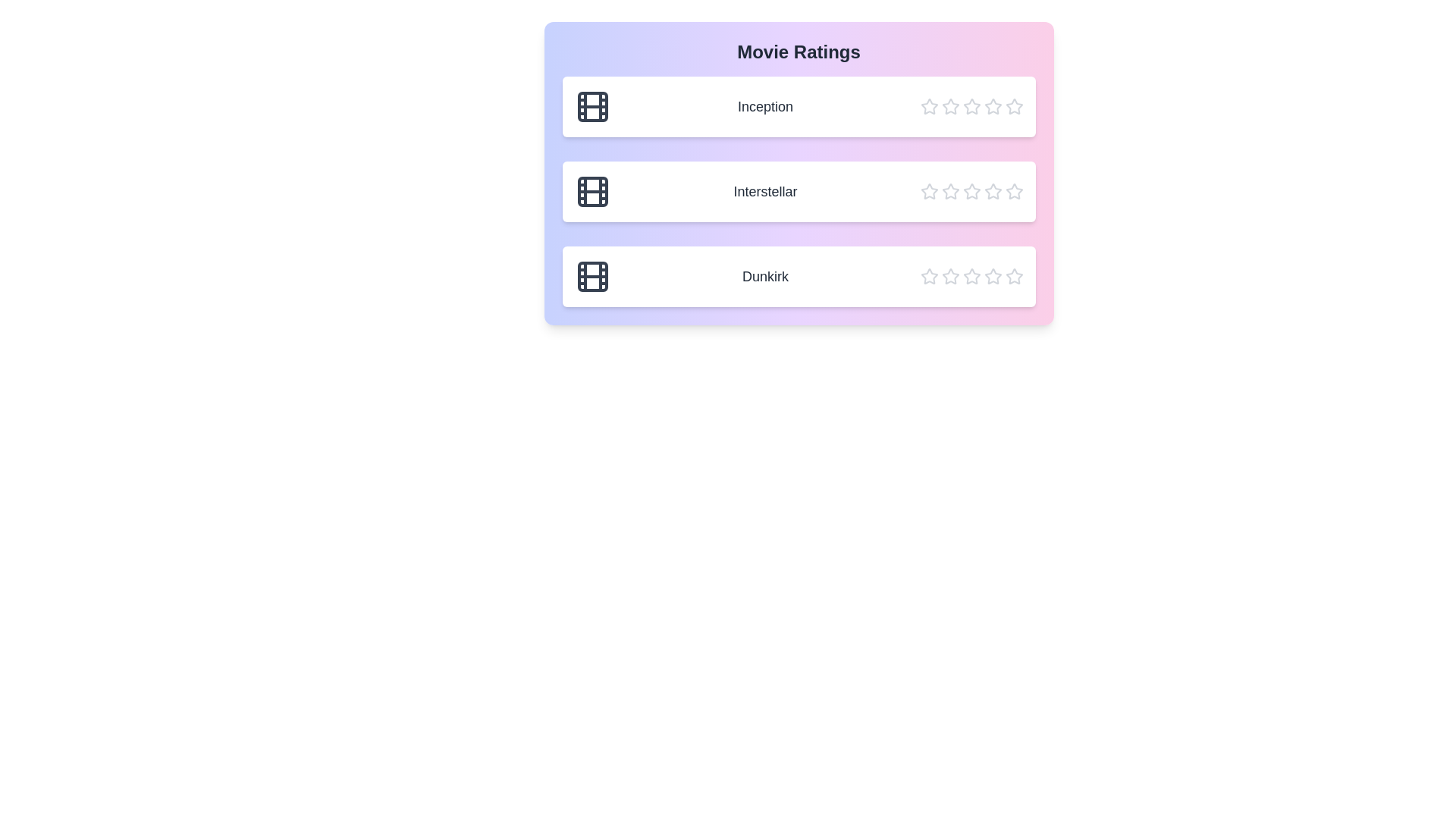  What do you see at coordinates (573, 88) in the screenshot?
I see `the icon next to the movie title to inspect its details` at bounding box center [573, 88].